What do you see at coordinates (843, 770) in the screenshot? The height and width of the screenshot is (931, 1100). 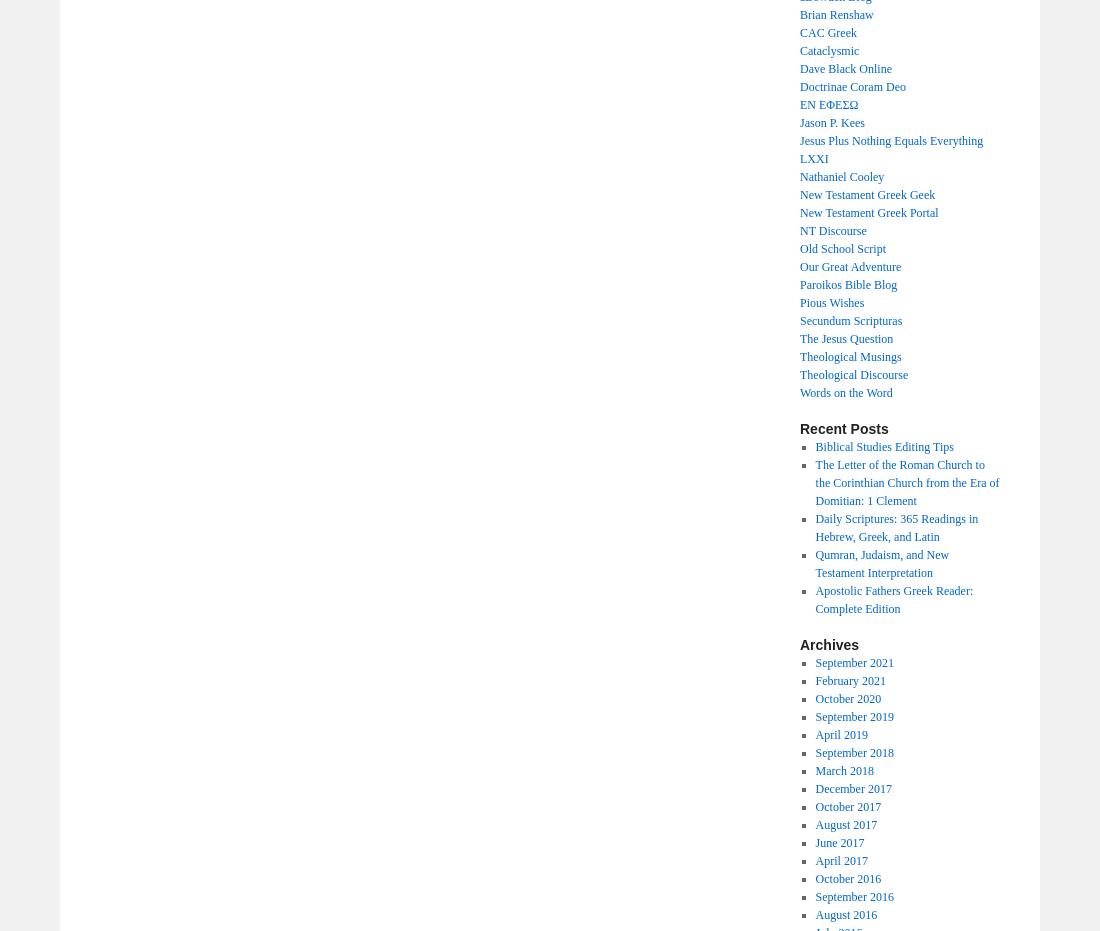 I see `'March 2018'` at bounding box center [843, 770].